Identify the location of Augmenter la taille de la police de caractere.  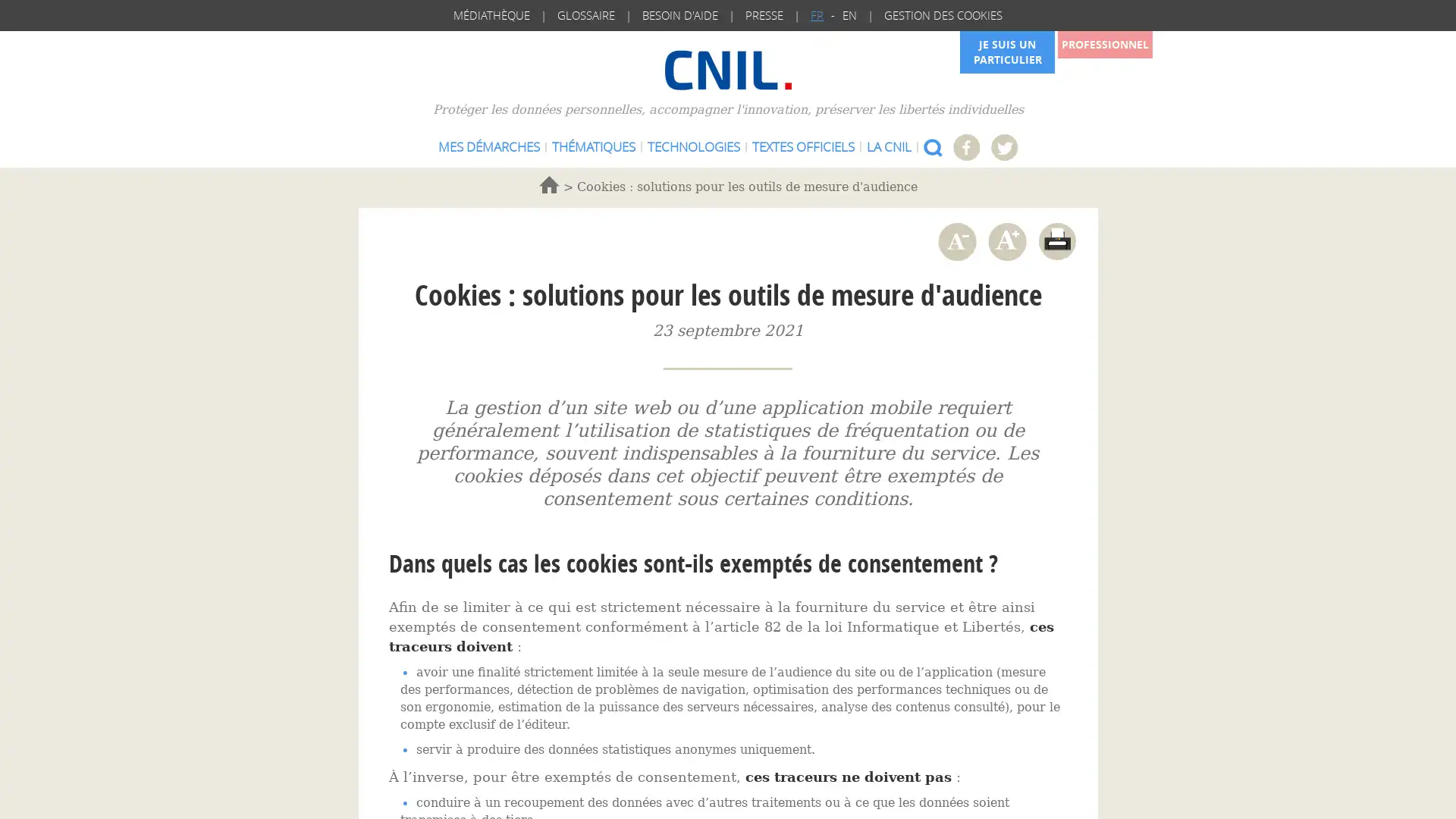
(1006, 240).